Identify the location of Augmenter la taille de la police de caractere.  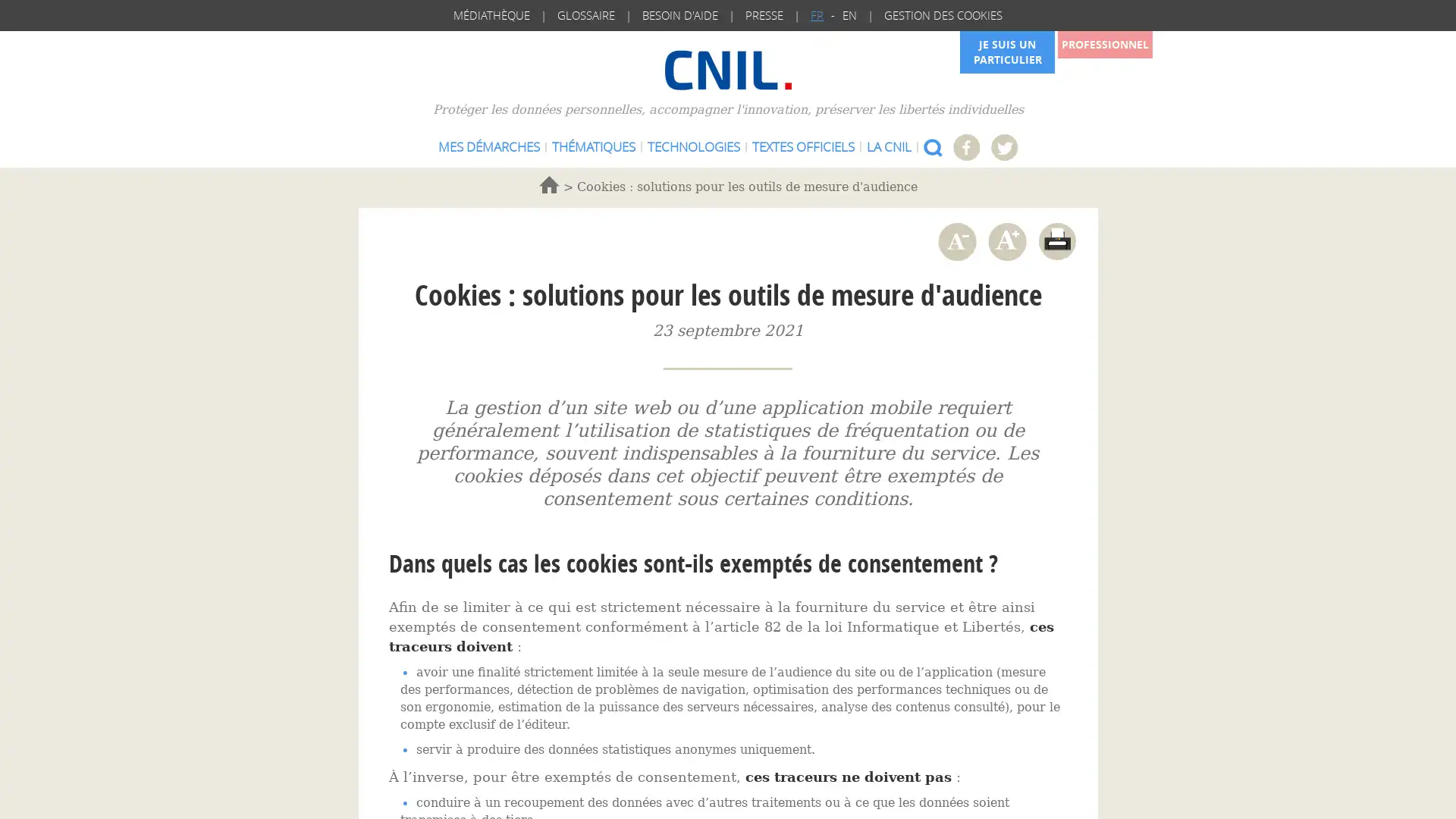
(1006, 240).